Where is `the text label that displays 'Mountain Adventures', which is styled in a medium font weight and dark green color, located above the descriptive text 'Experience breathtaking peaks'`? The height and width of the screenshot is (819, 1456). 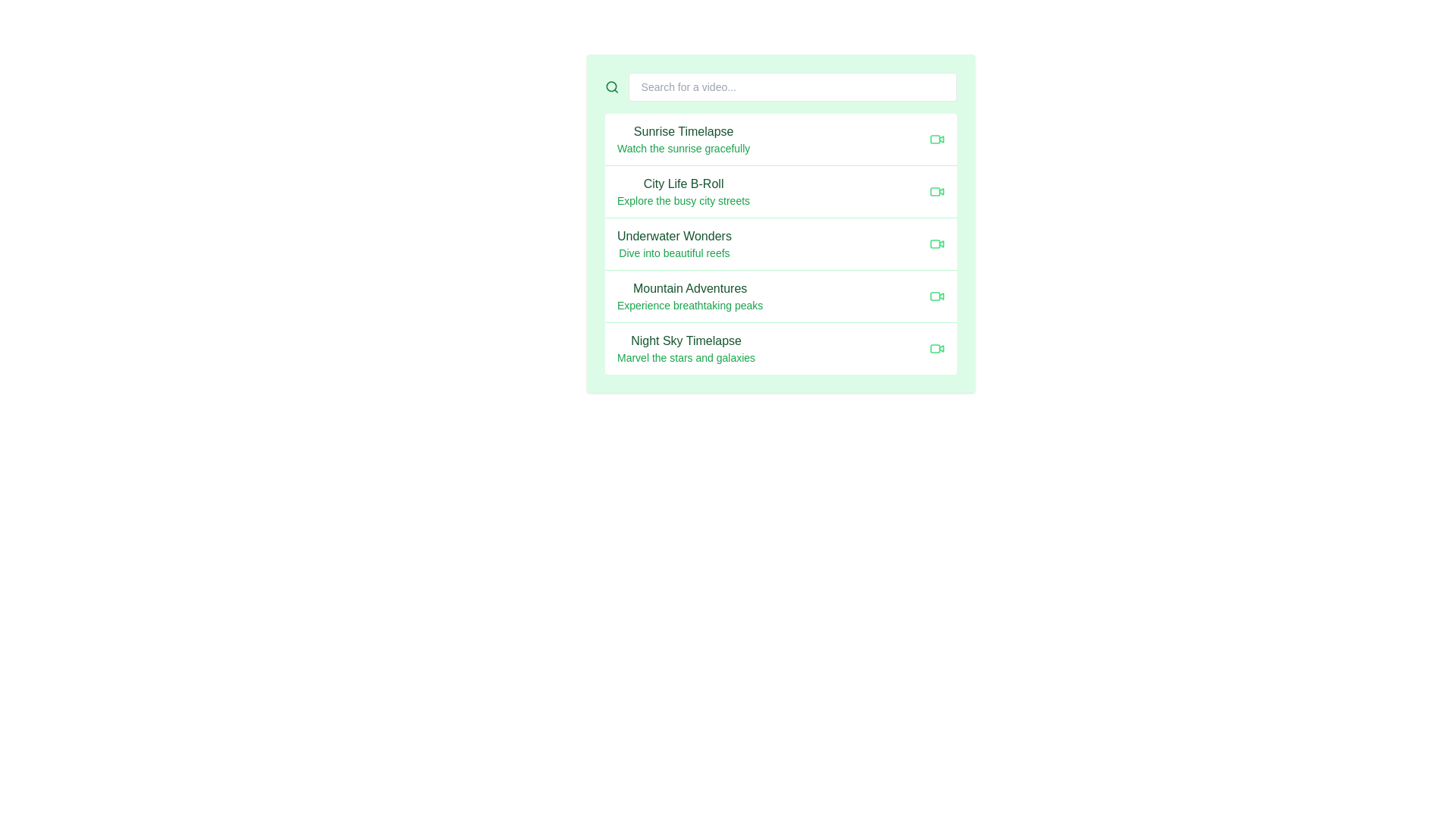 the text label that displays 'Mountain Adventures', which is styled in a medium font weight and dark green color, located above the descriptive text 'Experience breathtaking peaks' is located at coordinates (689, 289).